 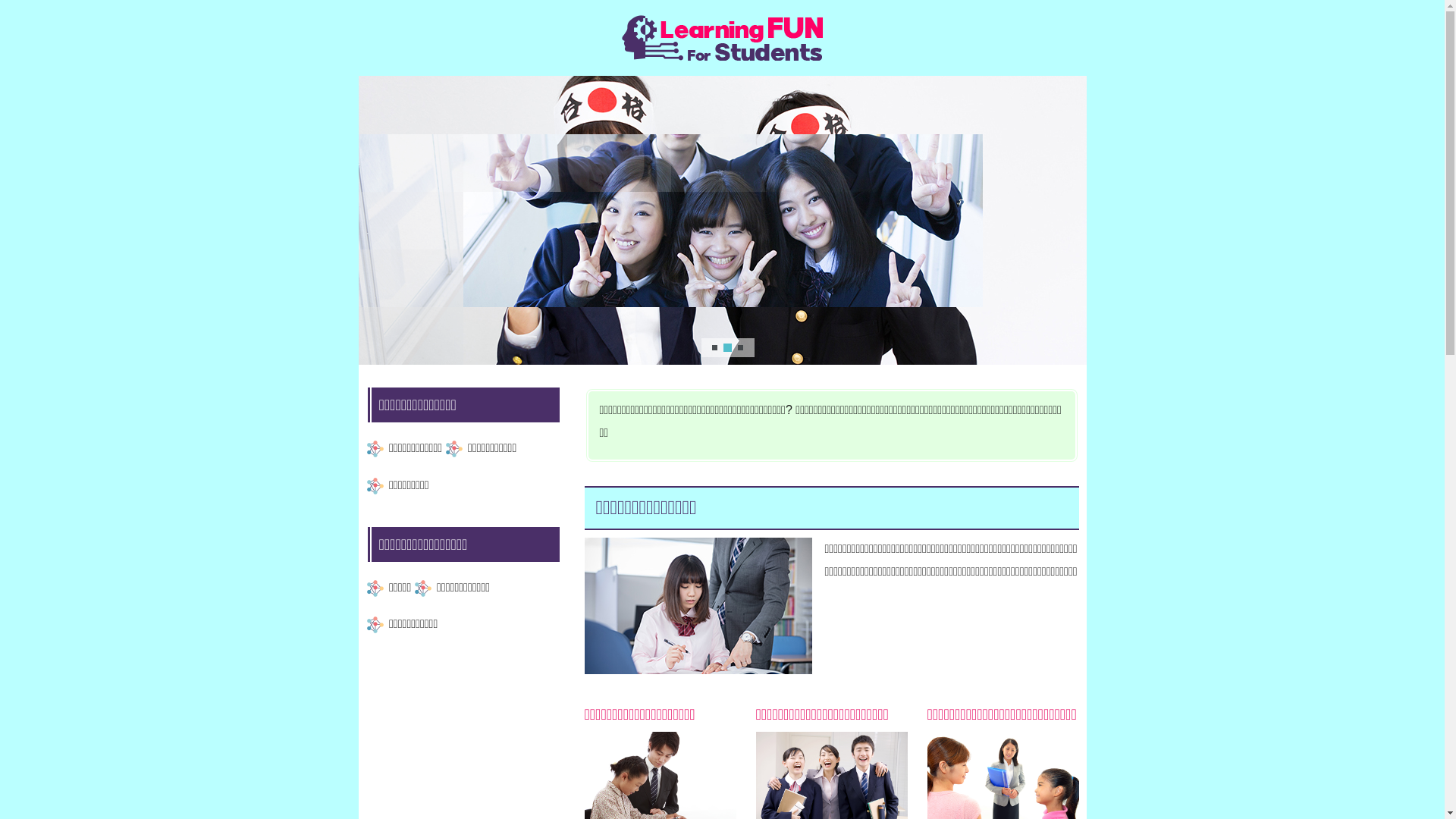 What do you see at coordinates (726, 347) in the screenshot?
I see `'2'` at bounding box center [726, 347].